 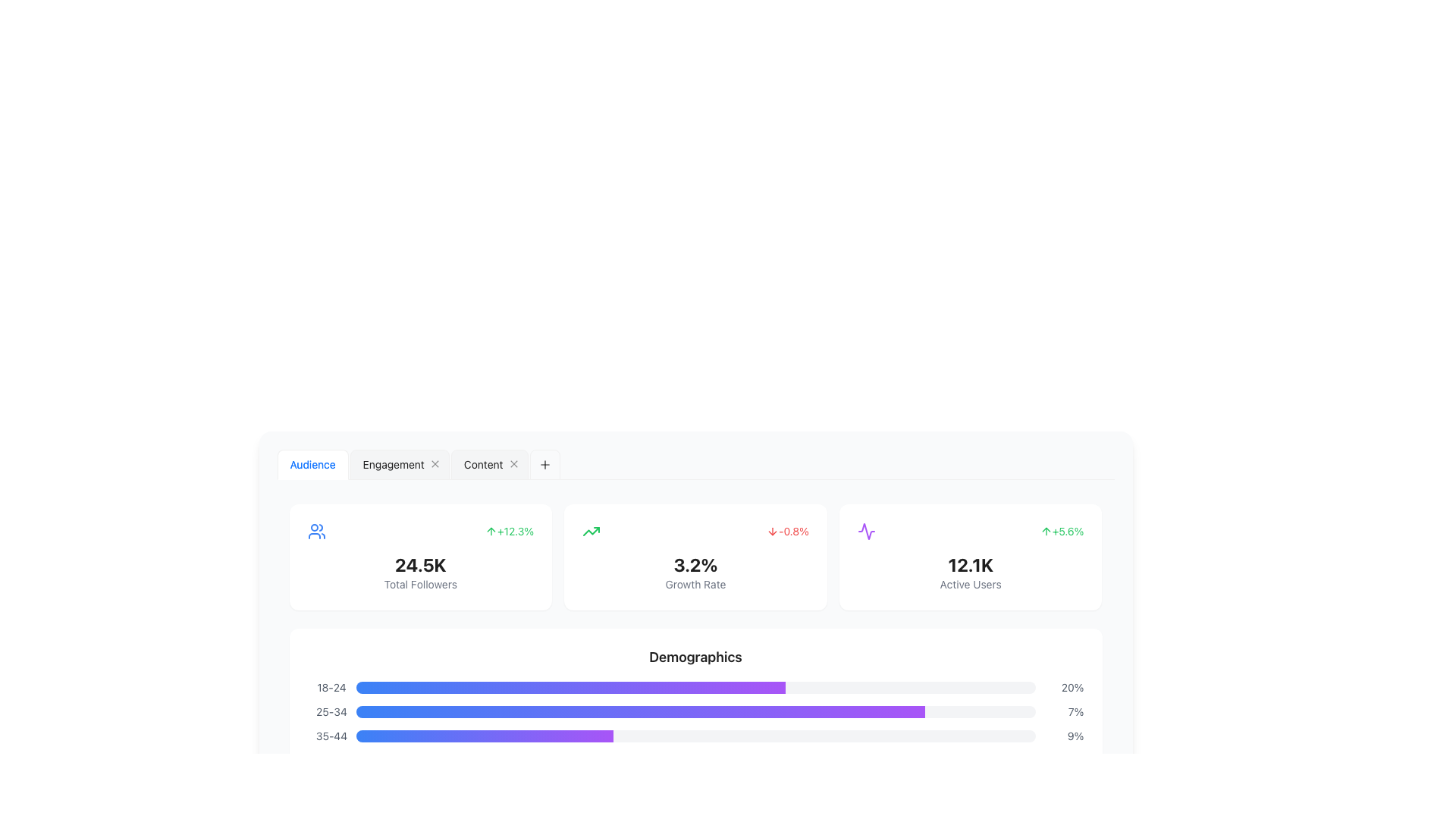 I want to click on the color transition of the progress bar that visually represents a proportion of 36.69% within the demographics chart, which has a gradient from blue to purple, so click(x=479, y=760).